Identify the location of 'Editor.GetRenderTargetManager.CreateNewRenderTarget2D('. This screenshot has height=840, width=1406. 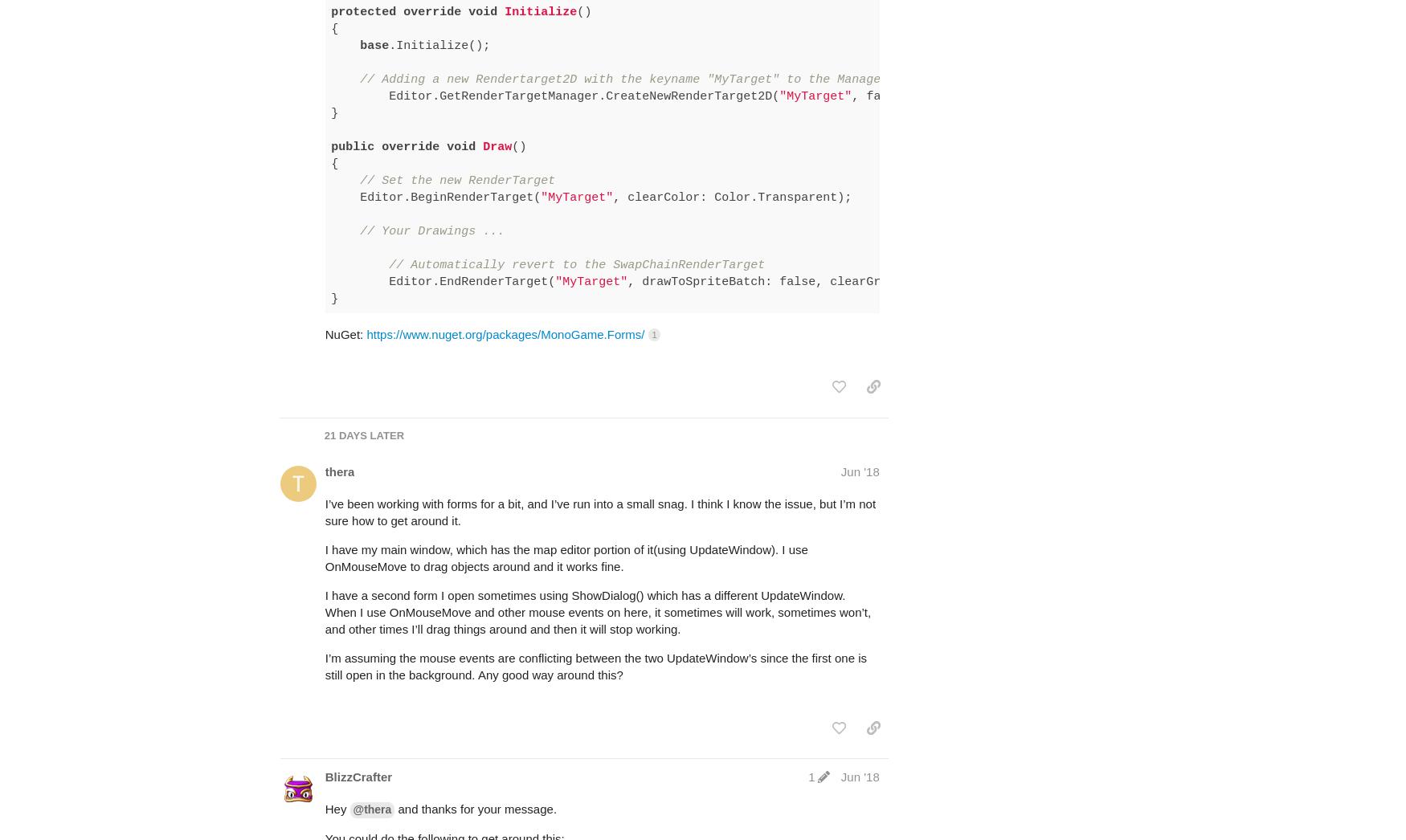
(555, 32).